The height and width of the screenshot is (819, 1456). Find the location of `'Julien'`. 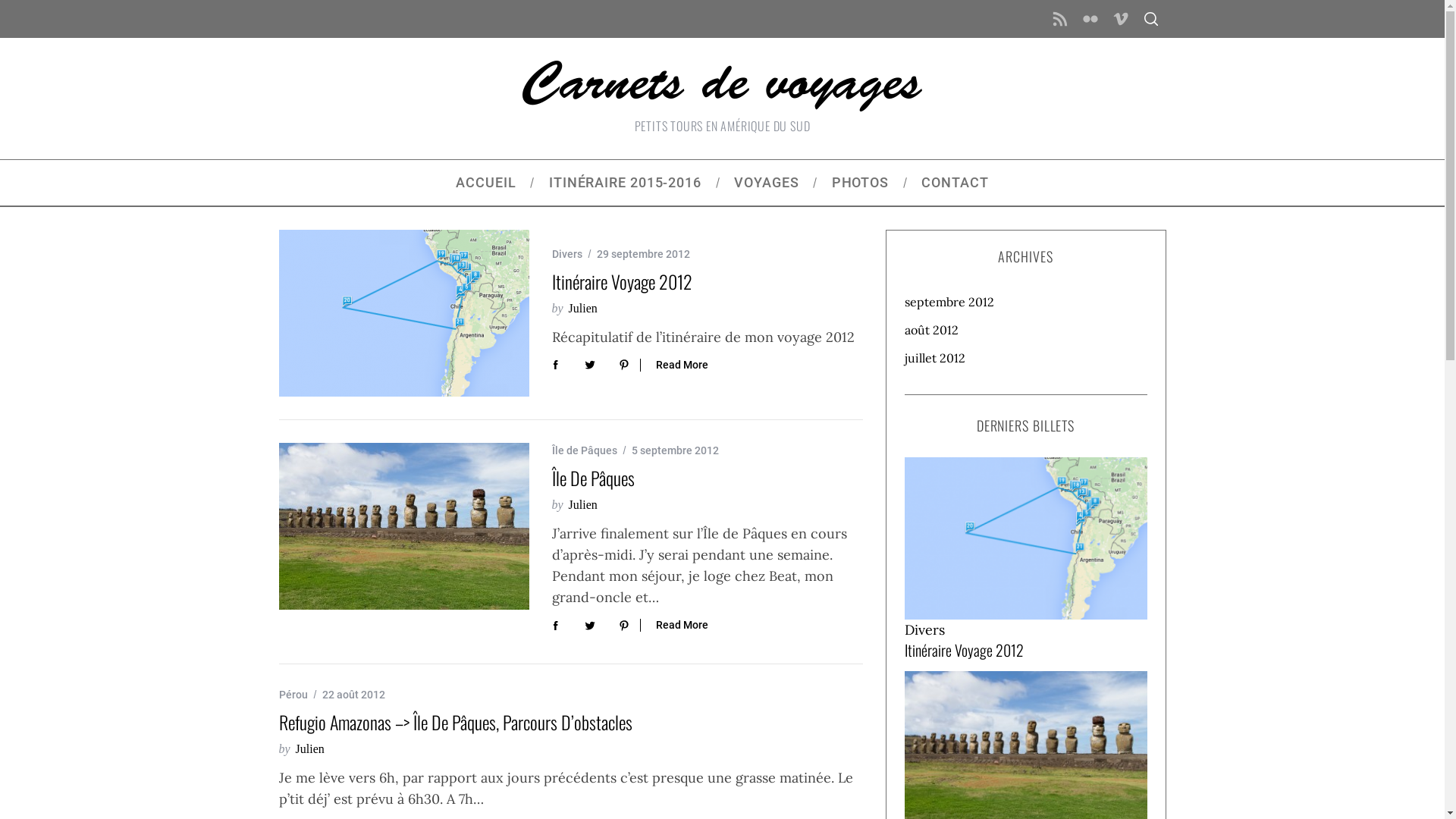

'Julien' is located at coordinates (582, 307).